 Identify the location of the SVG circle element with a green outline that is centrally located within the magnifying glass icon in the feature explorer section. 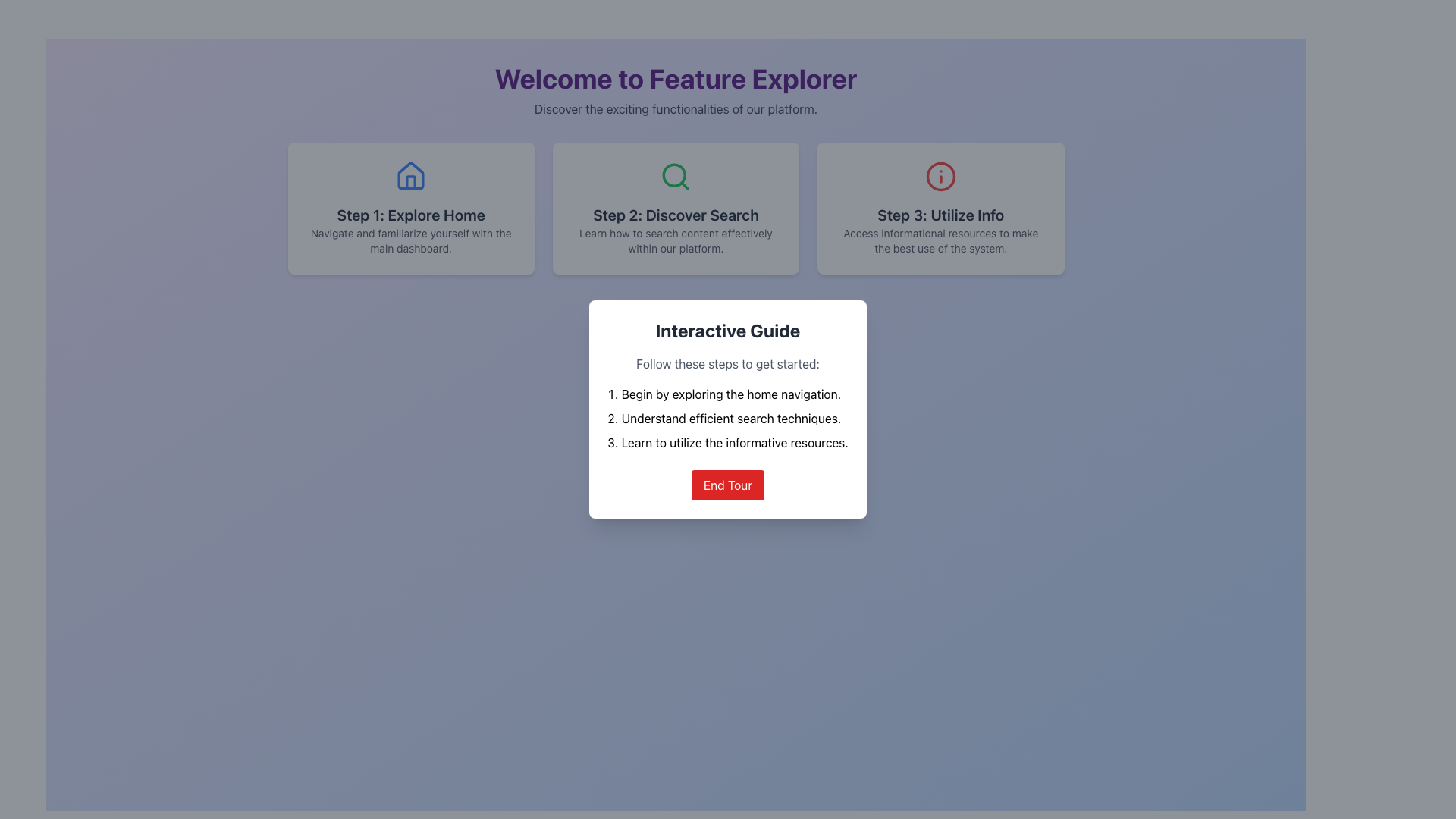
(673, 174).